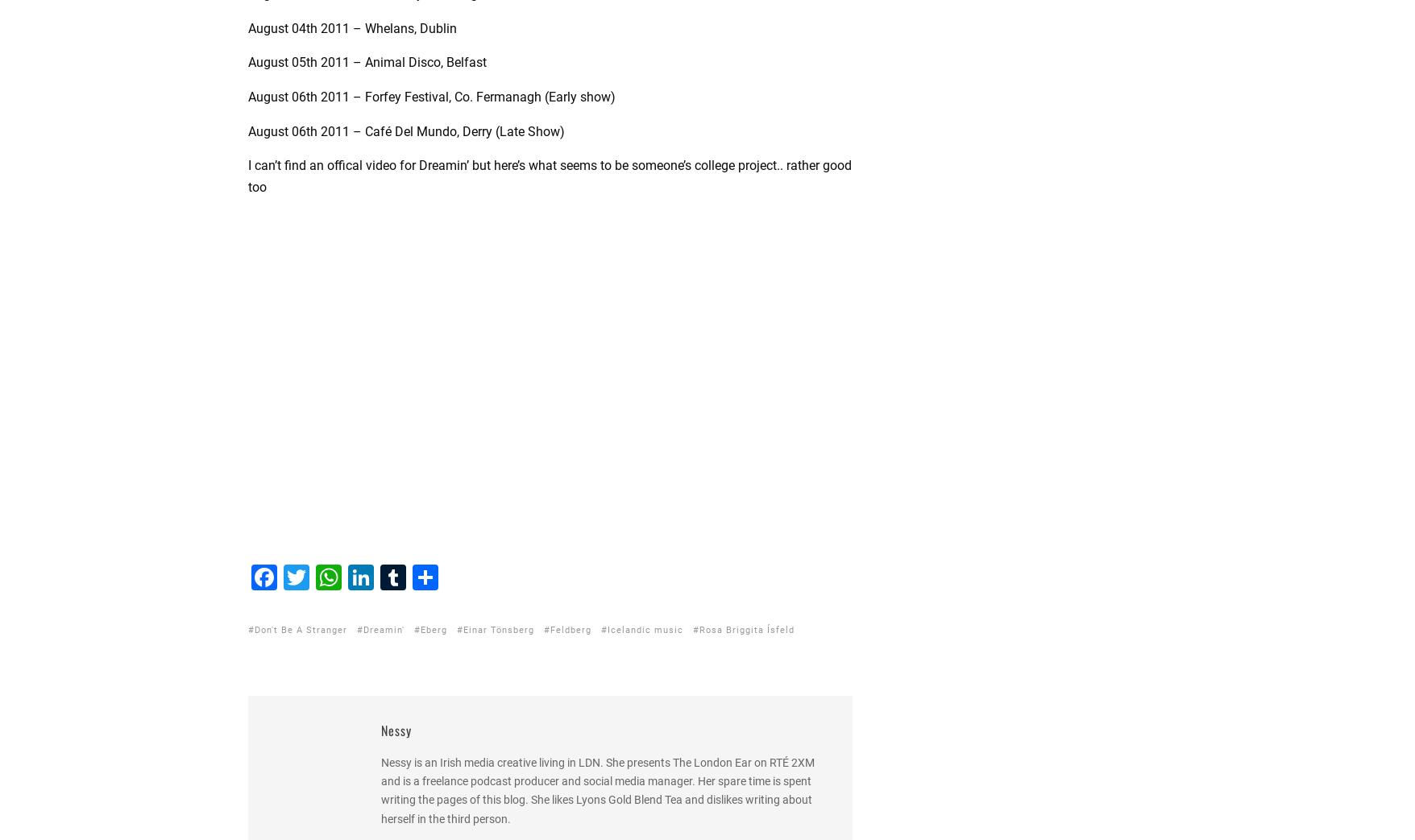 The image size is (1415, 840). What do you see at coordinates (276, 667) in the screenshot?
I see `'Facebook'` at bounding box center [276, 667].